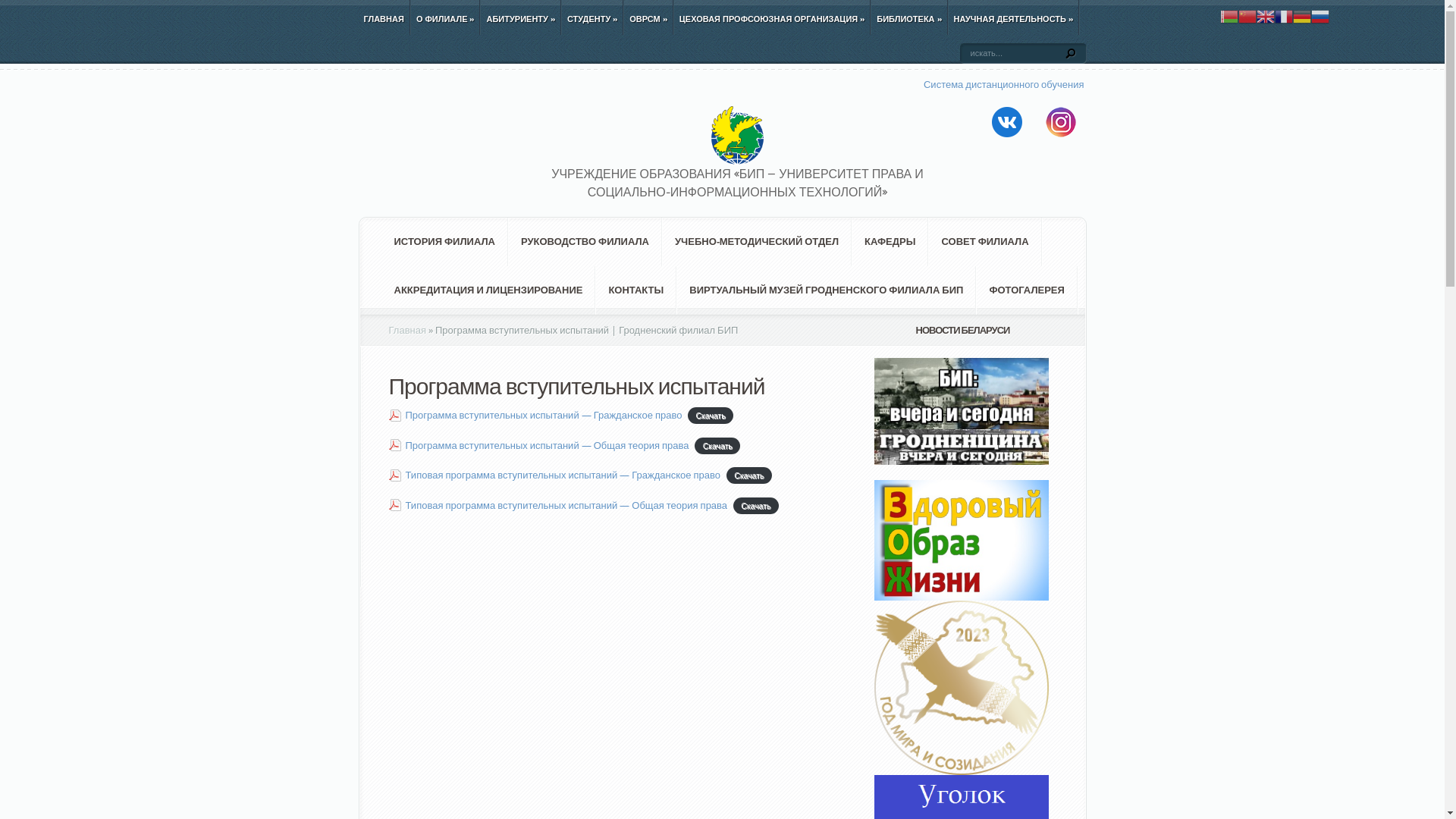 The width and height of the screenshot is (1456, 819). I want to click on 'Russian', so click(1319, 15).